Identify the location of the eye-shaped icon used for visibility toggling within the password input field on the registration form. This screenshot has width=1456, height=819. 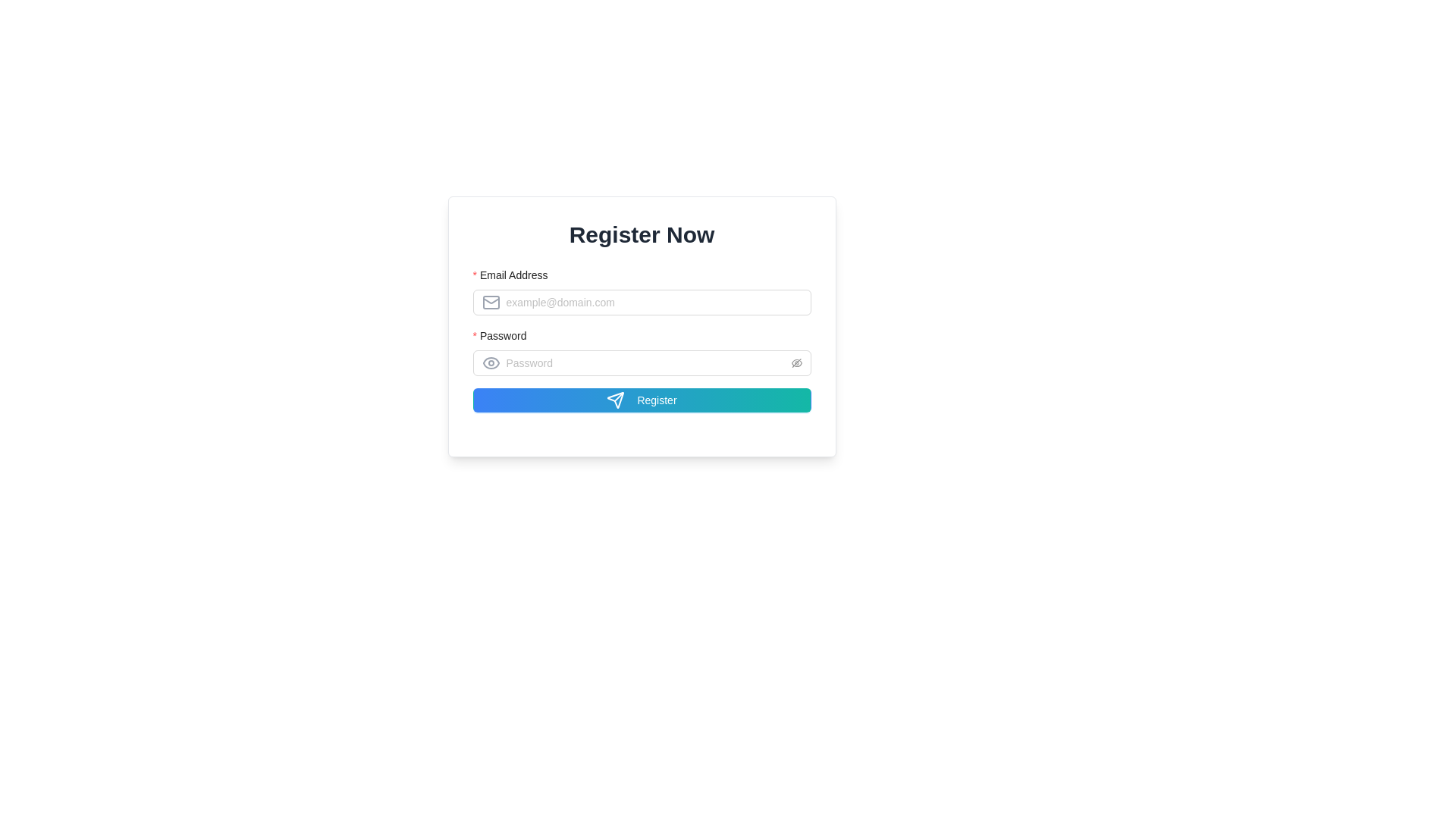
(492, 362).